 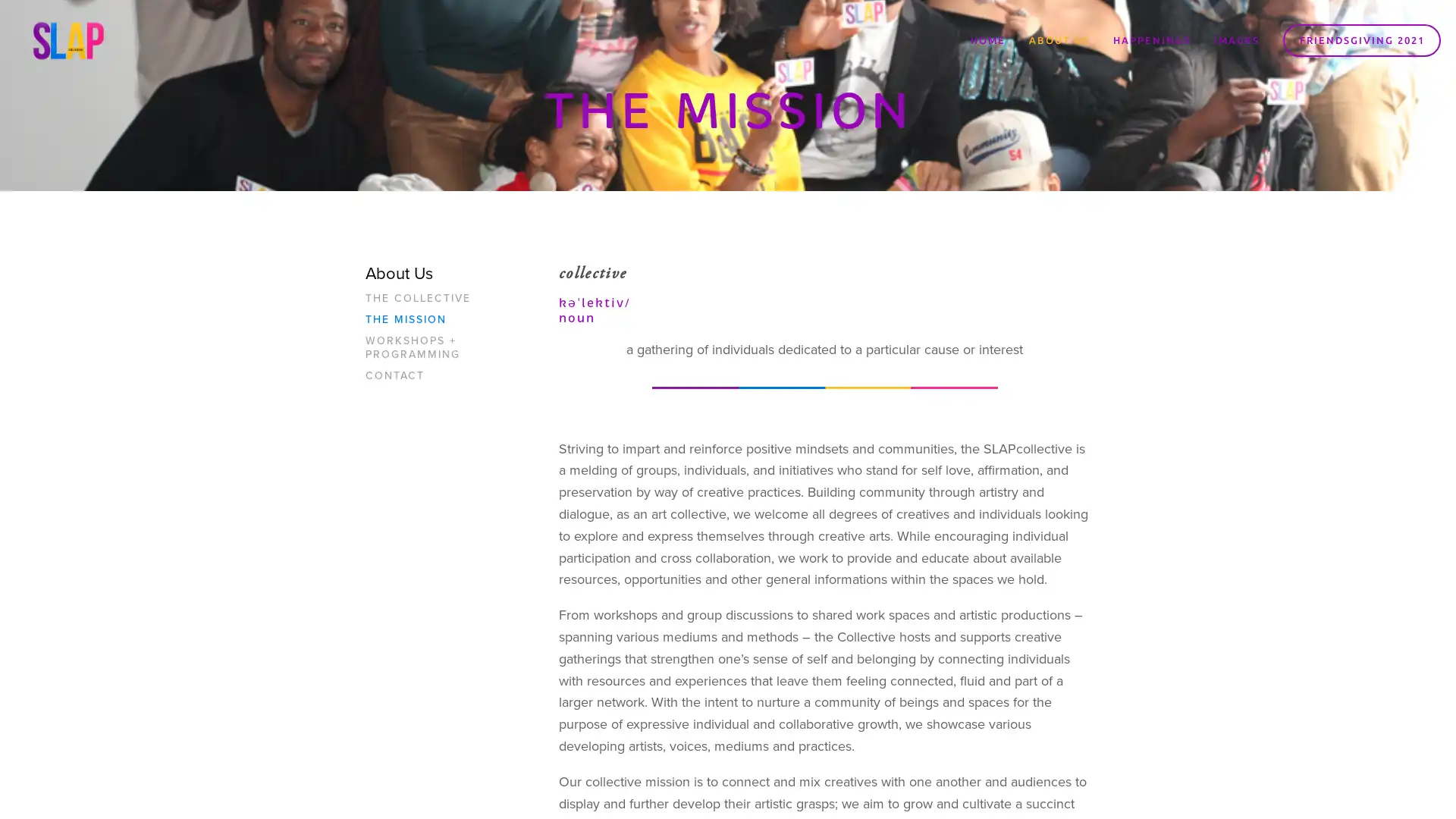 I want to click on Close, so click(x=952, y=235).